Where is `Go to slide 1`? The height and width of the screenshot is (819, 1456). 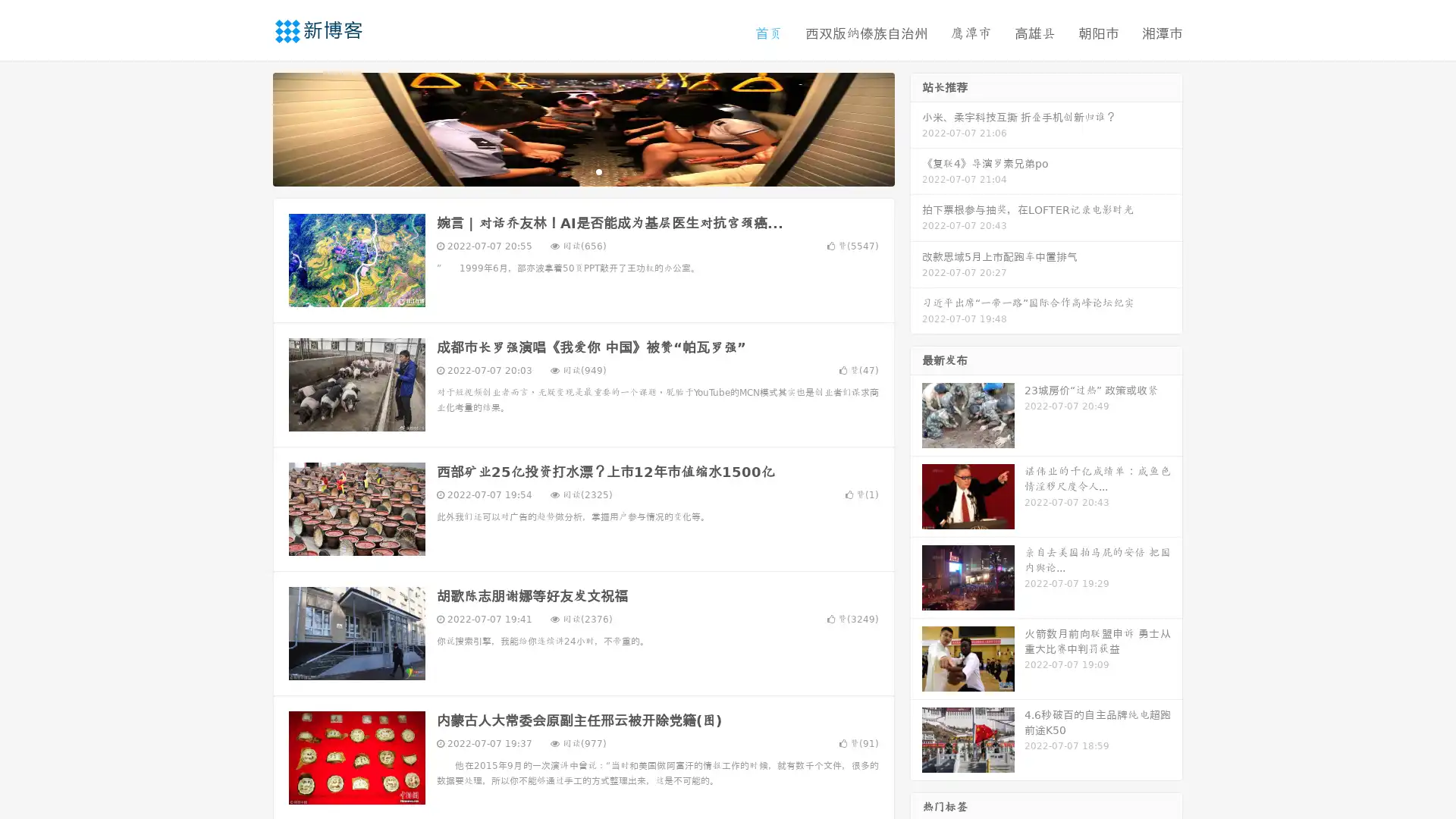
Go to slide 1 is located at coordinates (567, 171).